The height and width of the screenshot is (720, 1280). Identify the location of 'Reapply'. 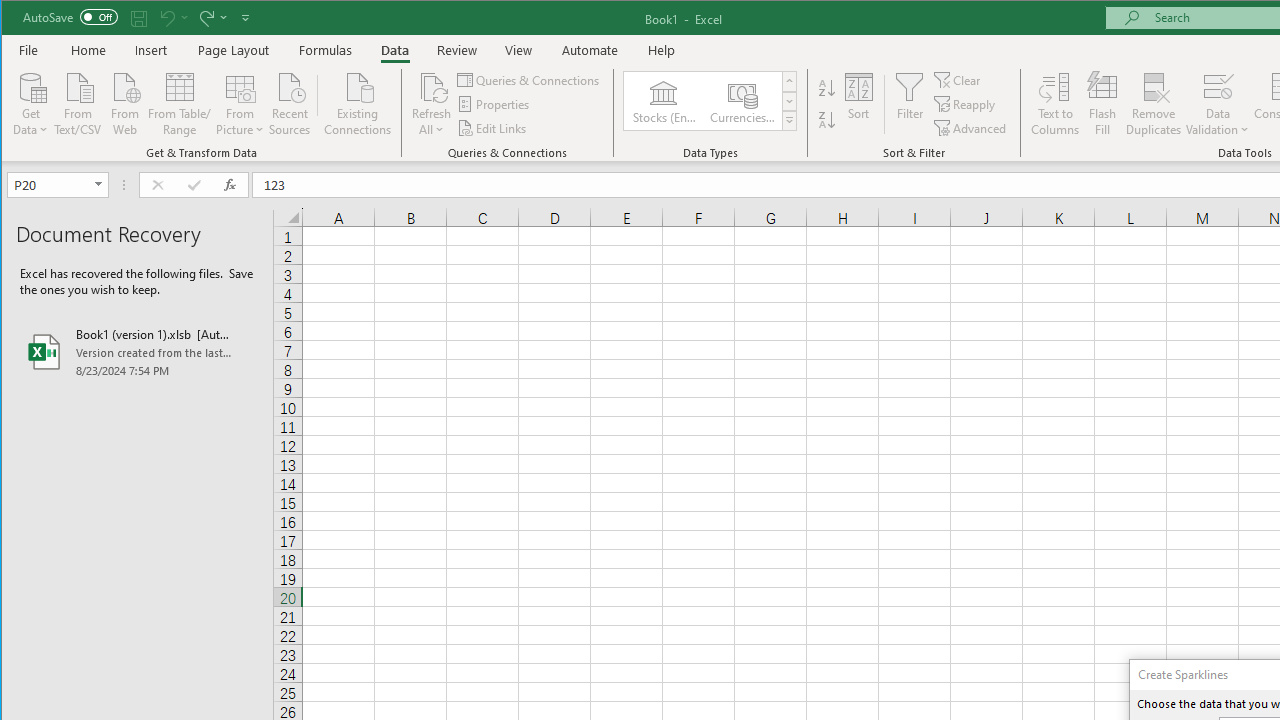
(966, 104).